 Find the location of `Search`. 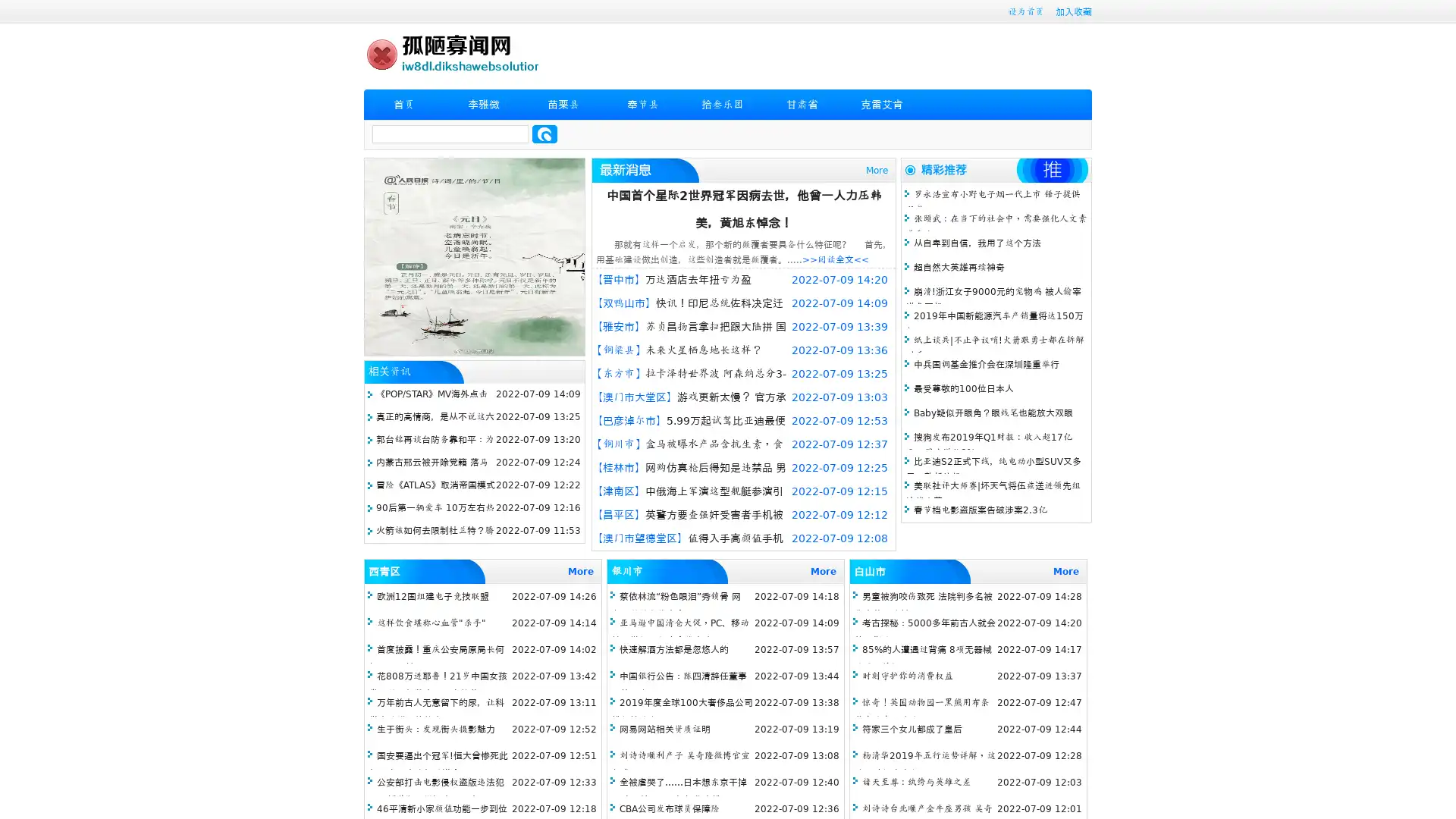

Search is located at coordinates (544, 133).